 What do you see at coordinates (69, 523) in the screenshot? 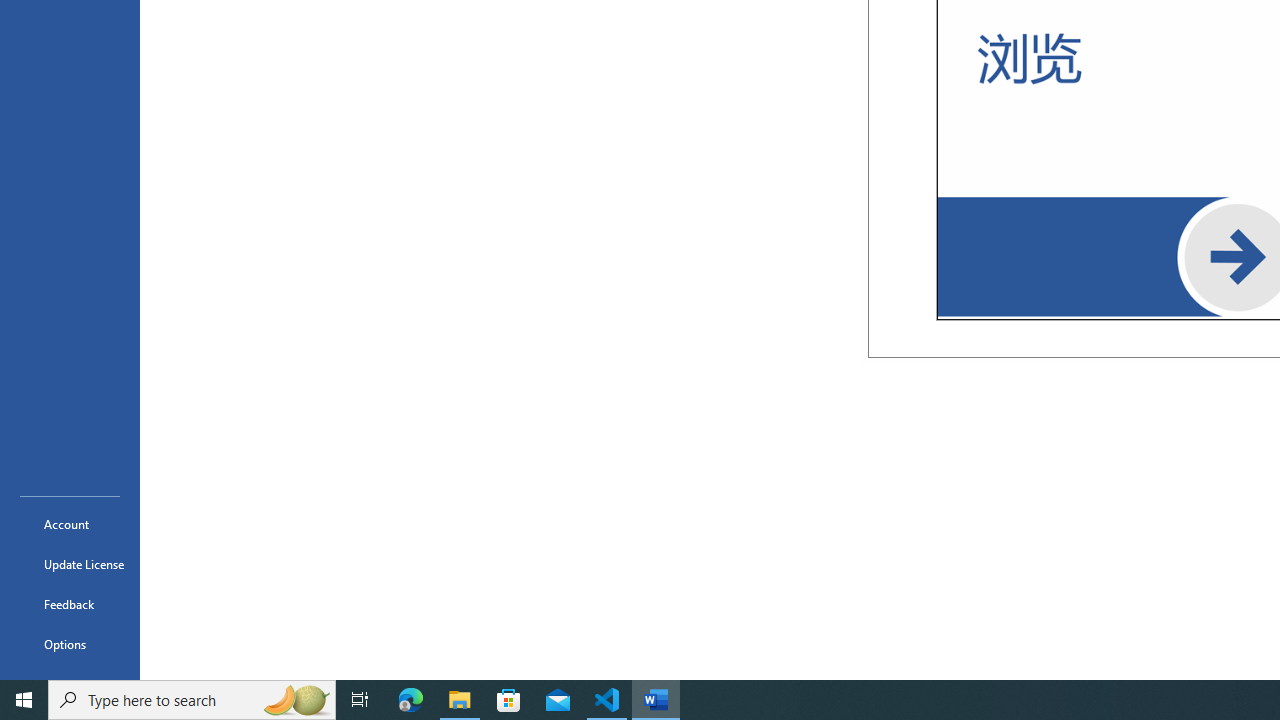
I see `'Account'` at bounding box center [69, 523].